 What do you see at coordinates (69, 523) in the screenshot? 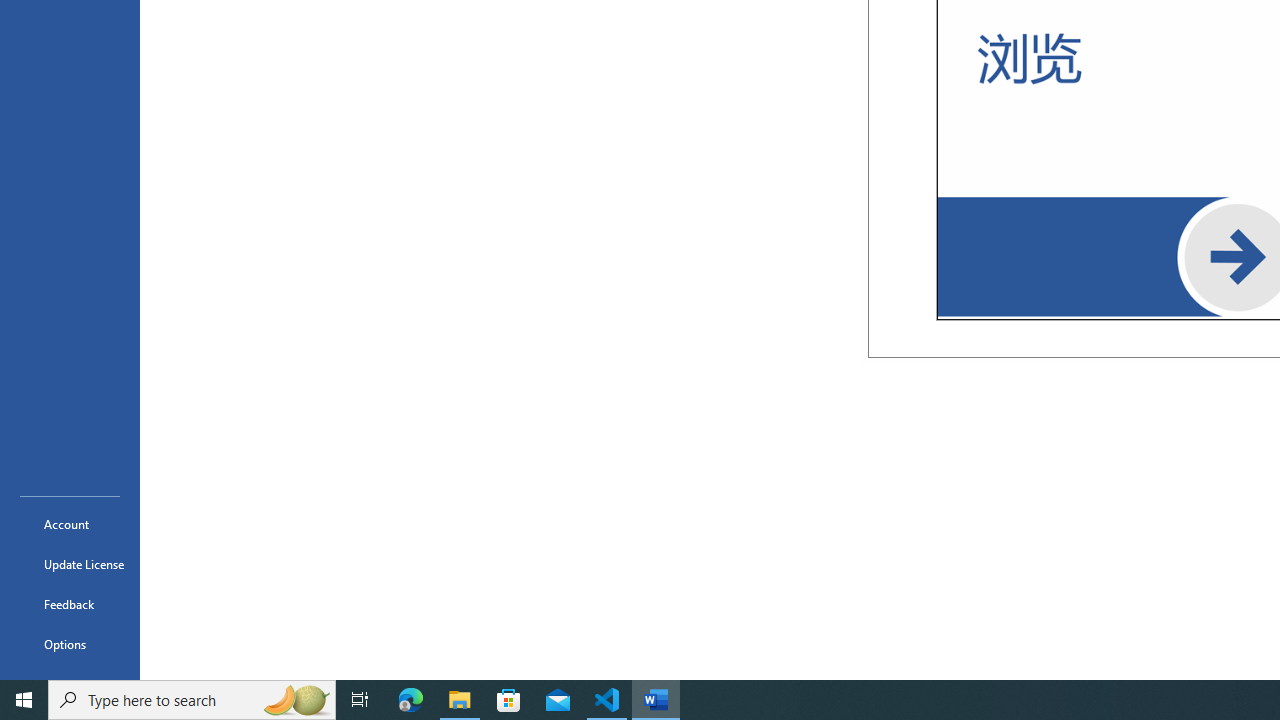
I see `'Account'` at bounding box center [69, 523].